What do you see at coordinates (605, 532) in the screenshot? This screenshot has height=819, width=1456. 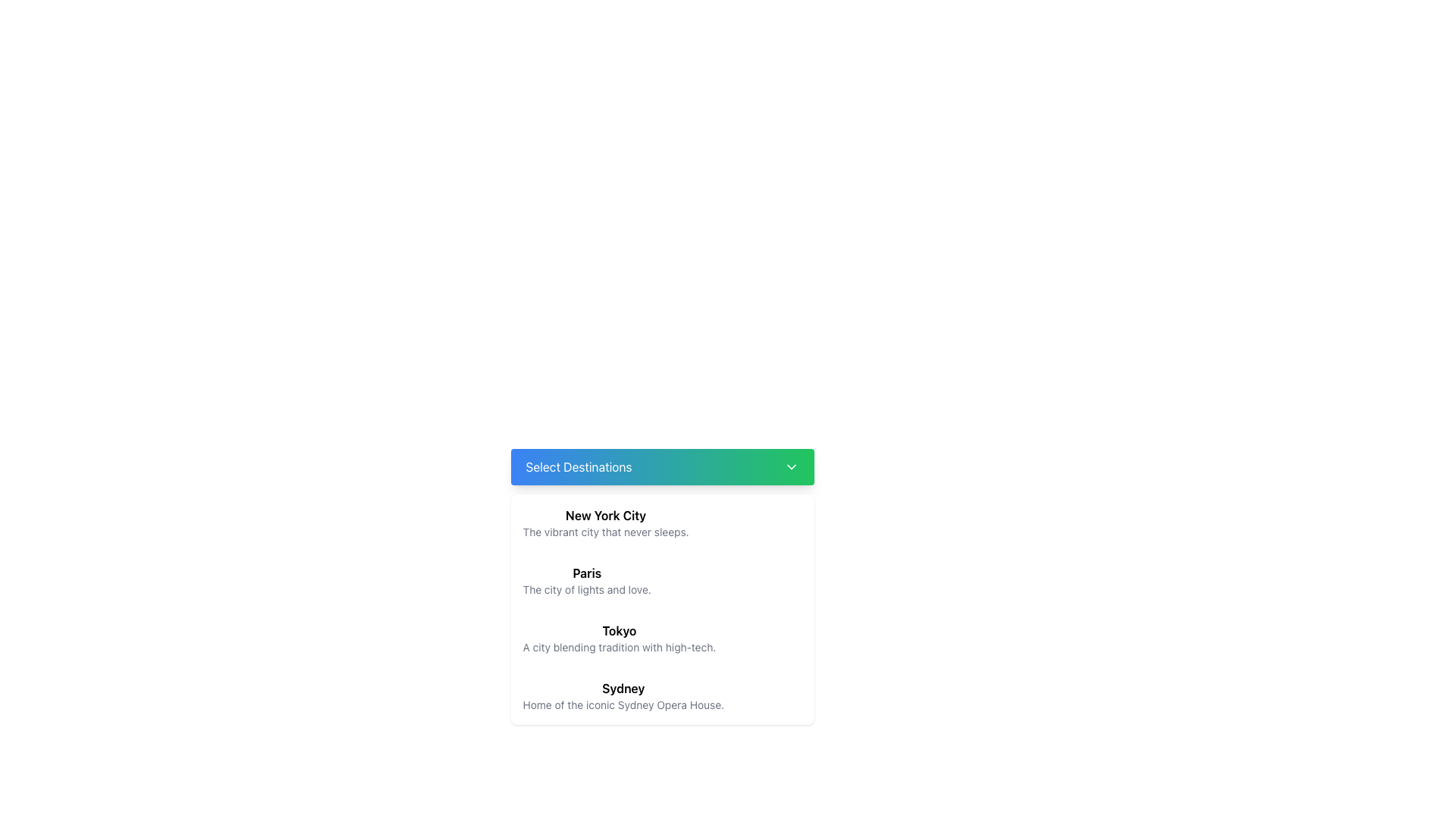 I see `the static text label that provides additional information about 'New York City', located below the text 'New York City' in the vertical list` at bounding box center [605, 532].